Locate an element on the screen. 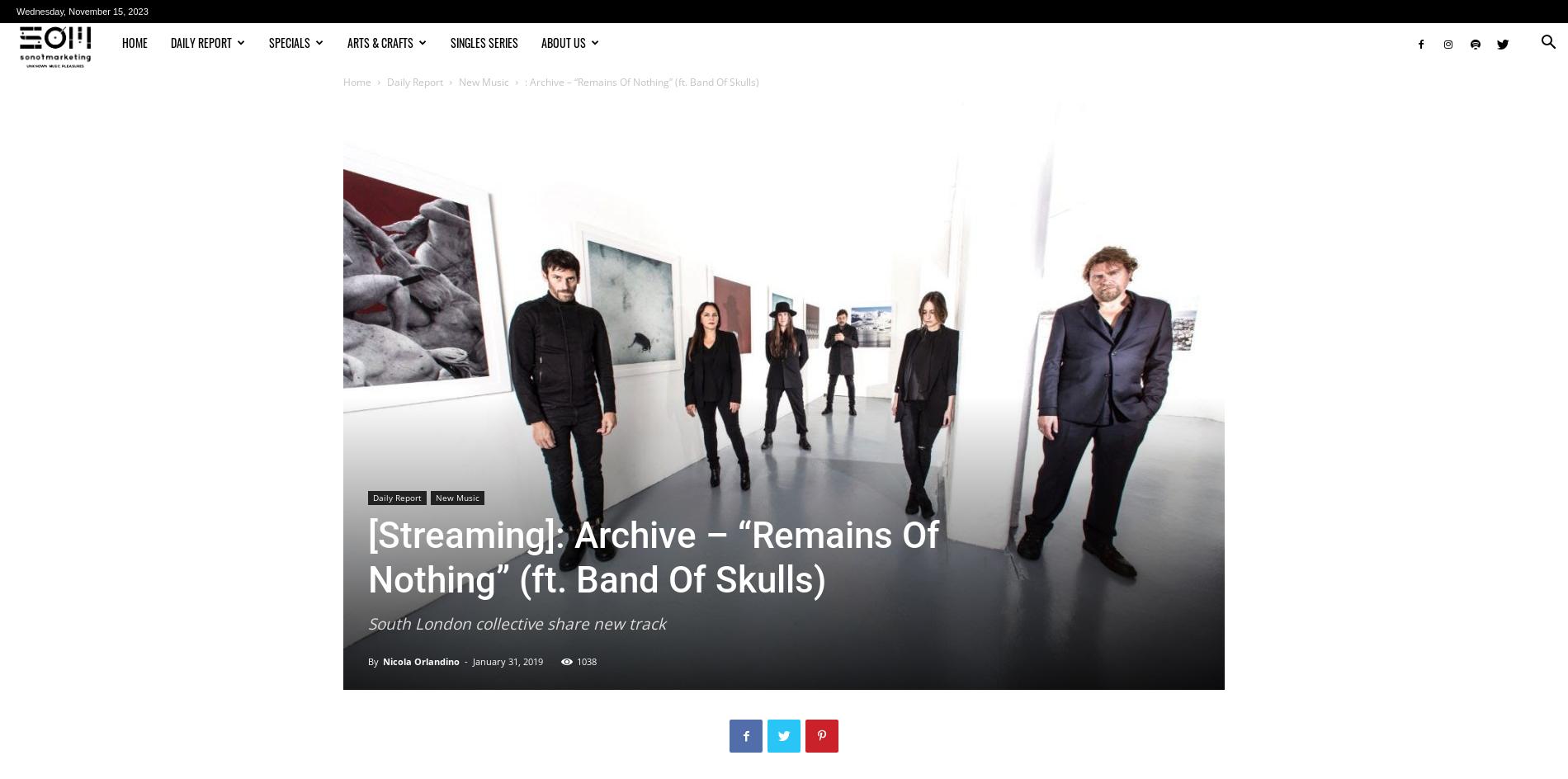 This screenshot has width=1568, height=779. 'Search' is located at coordinates (782, 83).